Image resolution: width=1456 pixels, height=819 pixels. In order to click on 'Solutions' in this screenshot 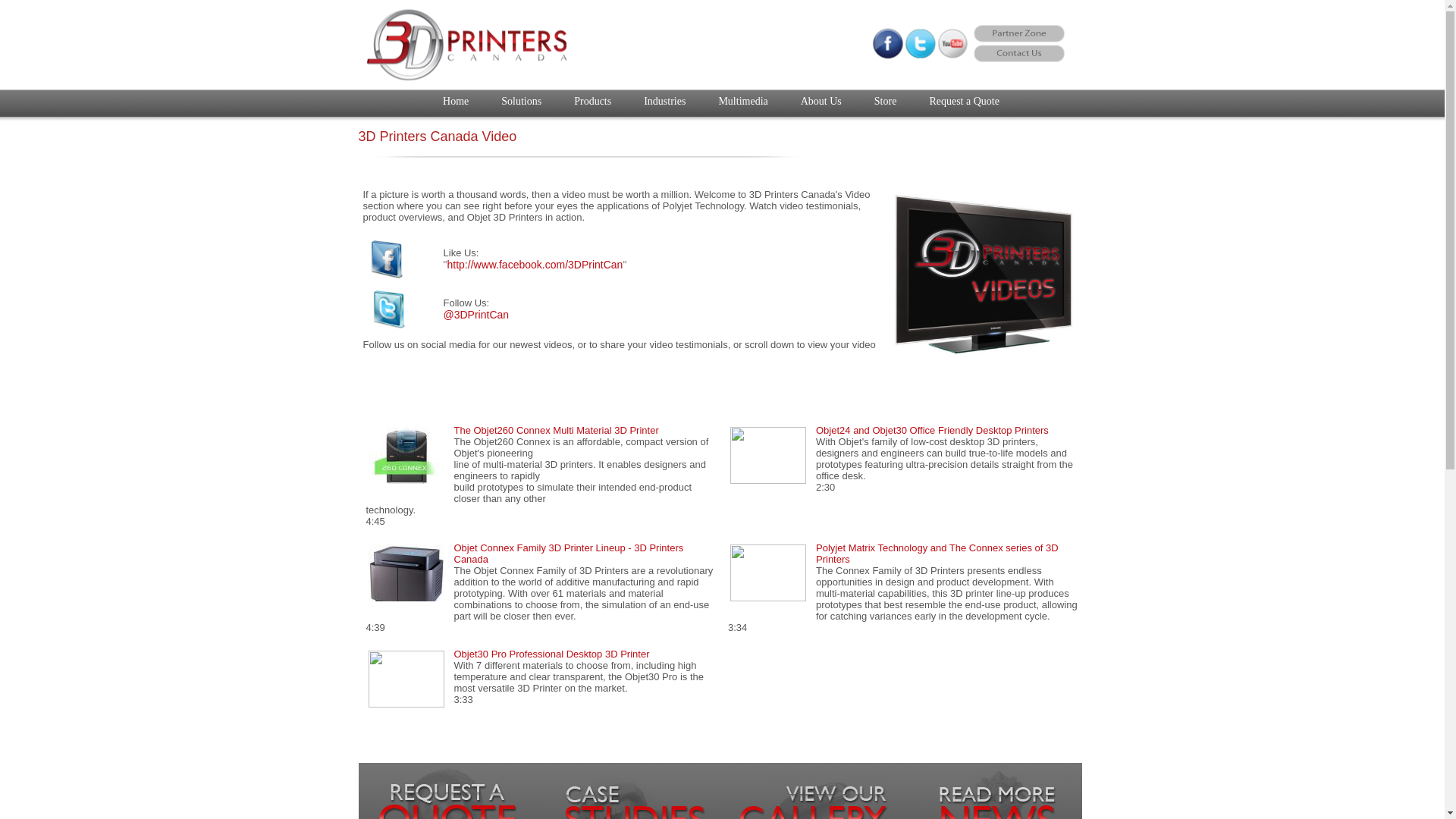, I will do `click(521, 102)`.